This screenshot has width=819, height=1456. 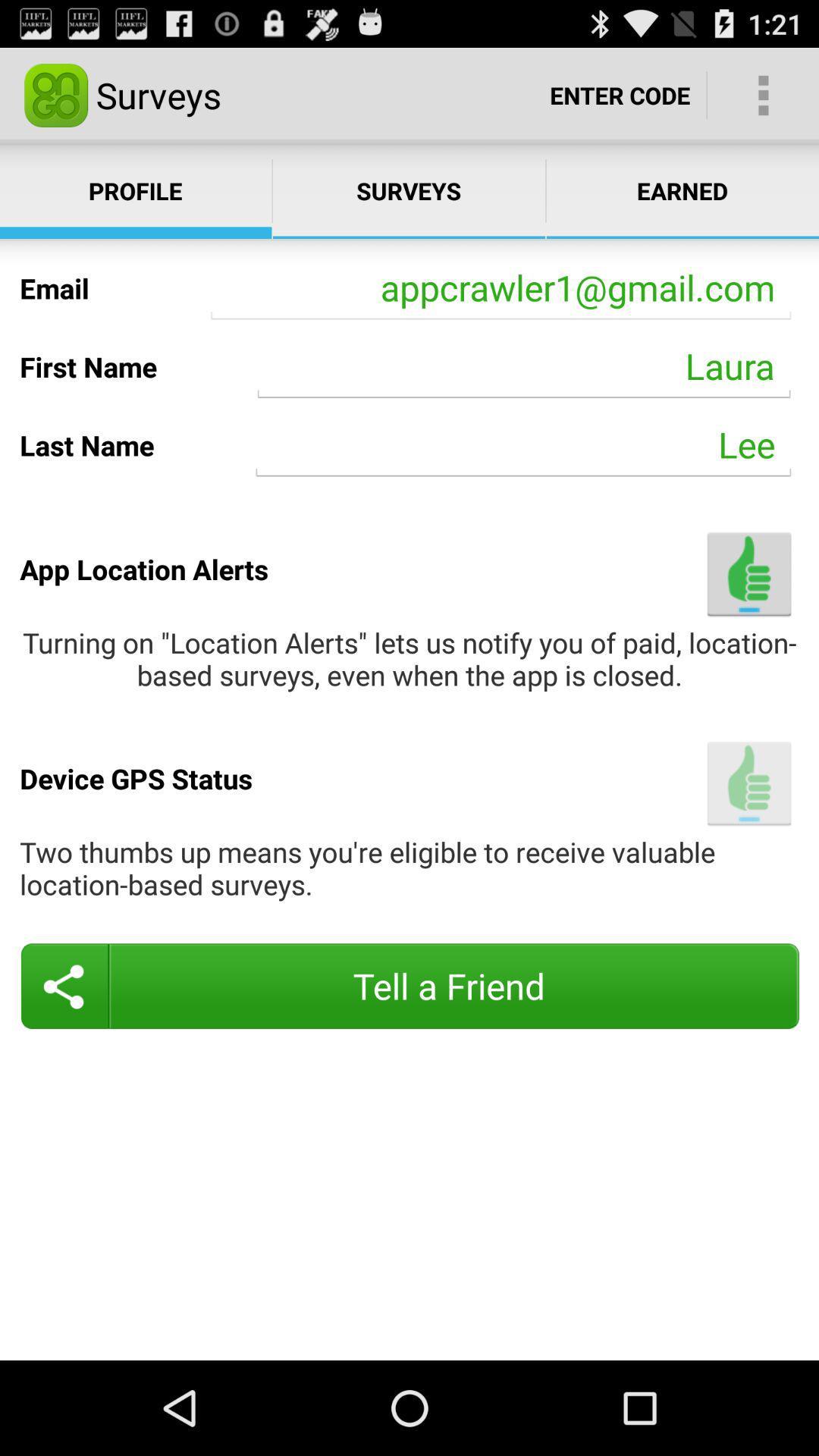 I want to click on item next to app location alerts item, so click(x=748, y=573).